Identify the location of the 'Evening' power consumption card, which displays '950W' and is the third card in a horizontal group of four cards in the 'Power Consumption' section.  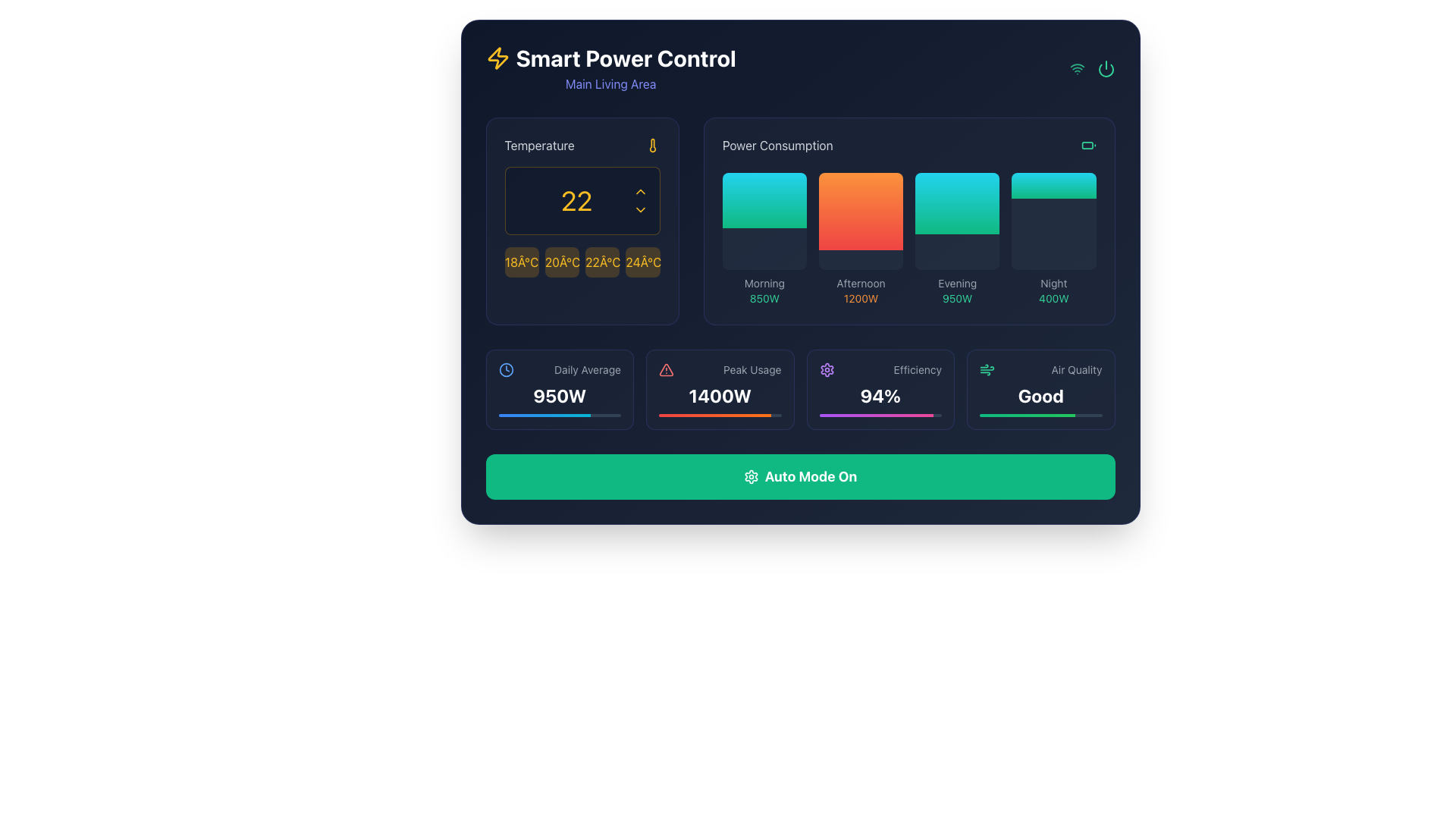
(956, 221).